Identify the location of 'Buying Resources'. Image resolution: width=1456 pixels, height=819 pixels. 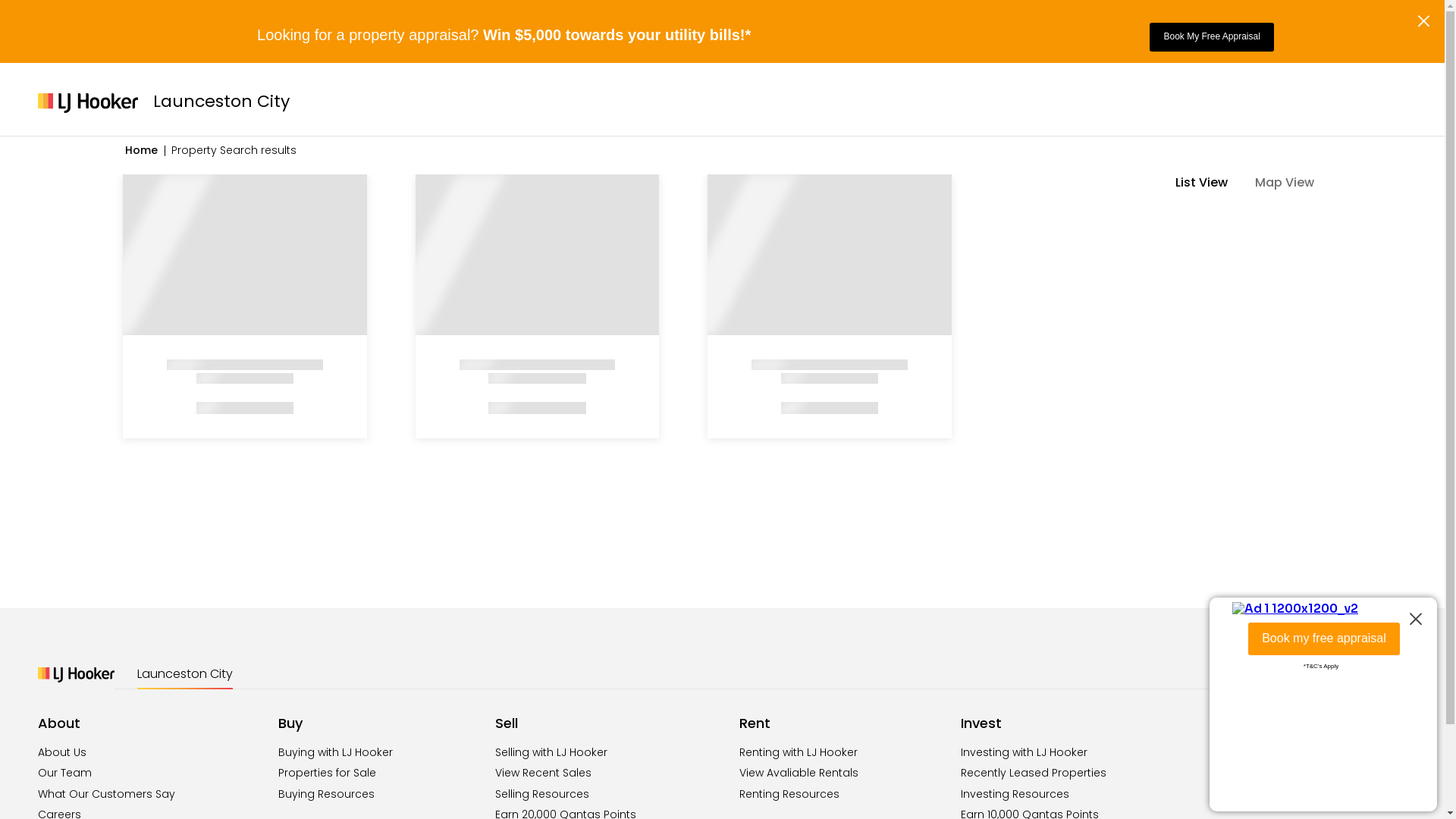
(325, 792).